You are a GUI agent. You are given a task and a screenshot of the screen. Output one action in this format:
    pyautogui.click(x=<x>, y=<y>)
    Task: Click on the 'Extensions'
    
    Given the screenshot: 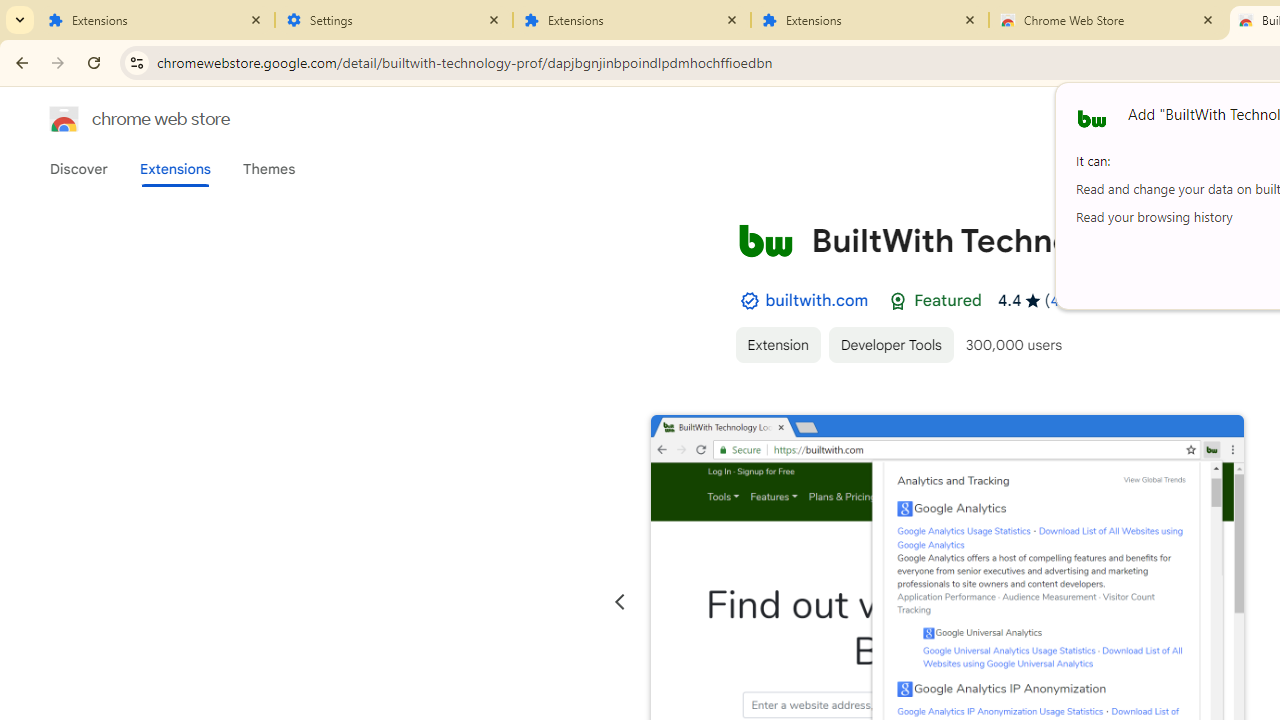 What is the action you would take?
    pyautogui.click(x=155, y=20)
    